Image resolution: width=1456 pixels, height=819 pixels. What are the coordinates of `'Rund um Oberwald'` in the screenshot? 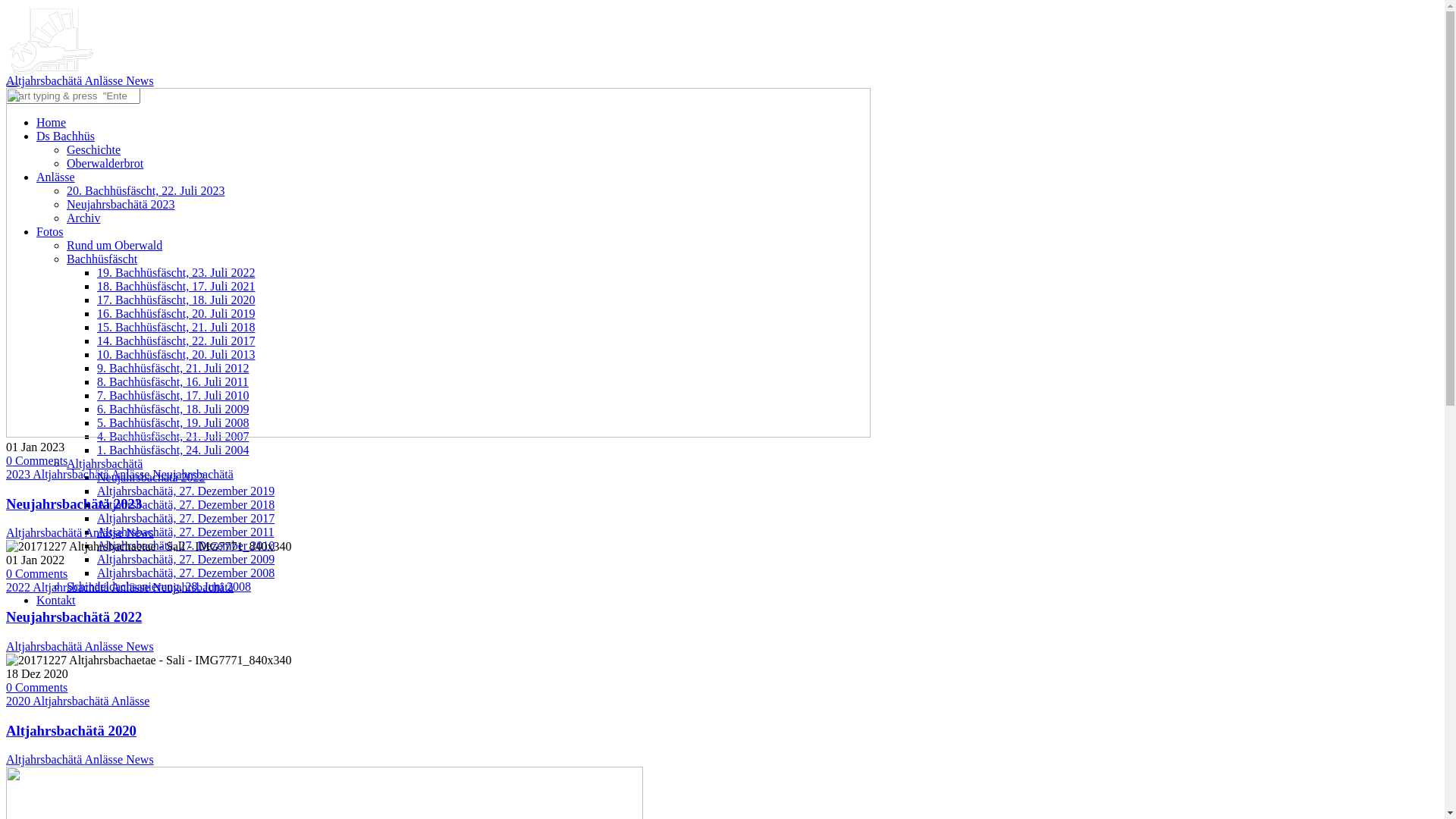 It's located at (113, 244).